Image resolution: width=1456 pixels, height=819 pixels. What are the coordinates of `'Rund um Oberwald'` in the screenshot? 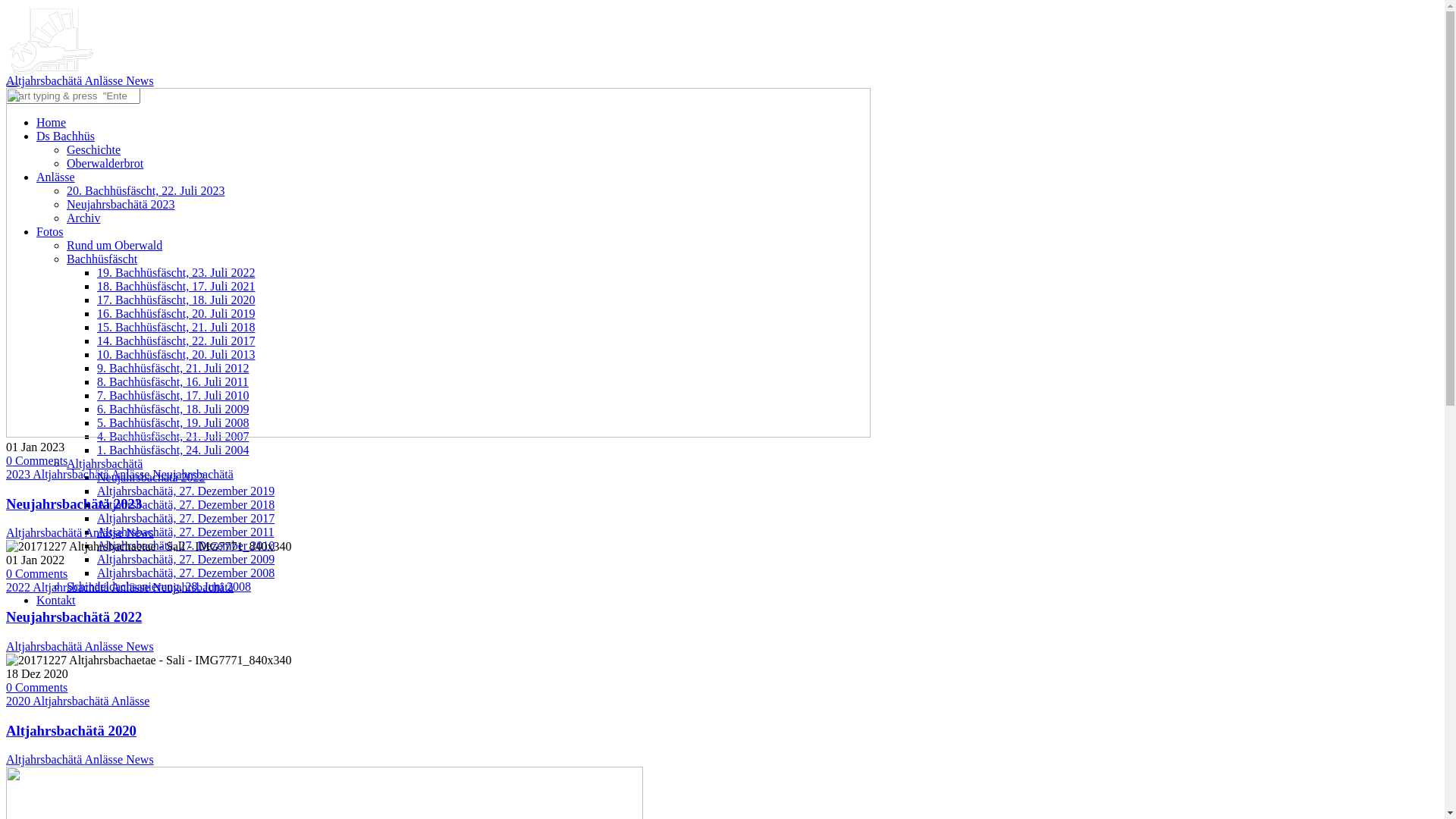 It's located at (113, 244).